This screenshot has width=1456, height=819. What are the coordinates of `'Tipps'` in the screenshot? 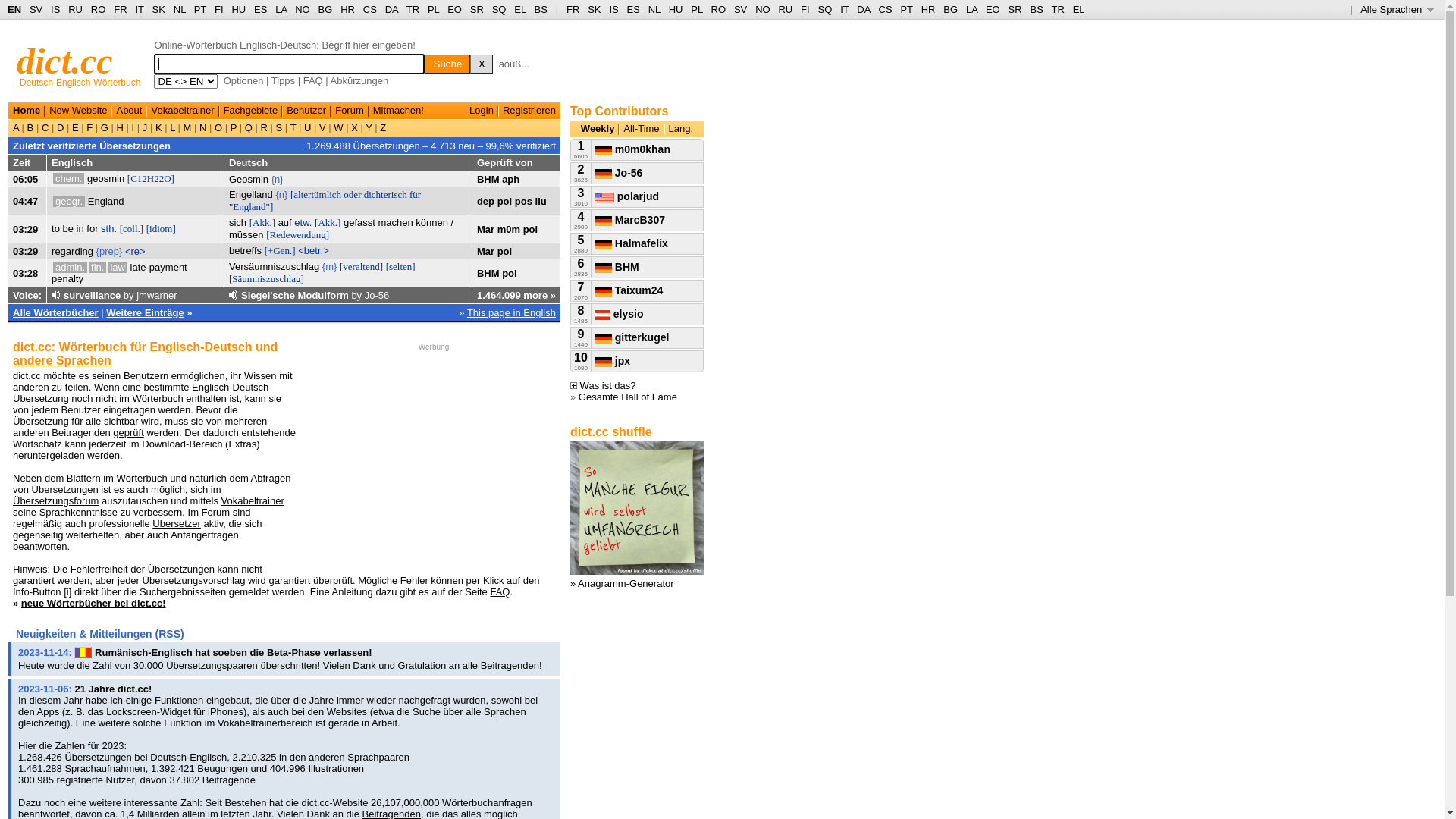 It's located at (271, 80).